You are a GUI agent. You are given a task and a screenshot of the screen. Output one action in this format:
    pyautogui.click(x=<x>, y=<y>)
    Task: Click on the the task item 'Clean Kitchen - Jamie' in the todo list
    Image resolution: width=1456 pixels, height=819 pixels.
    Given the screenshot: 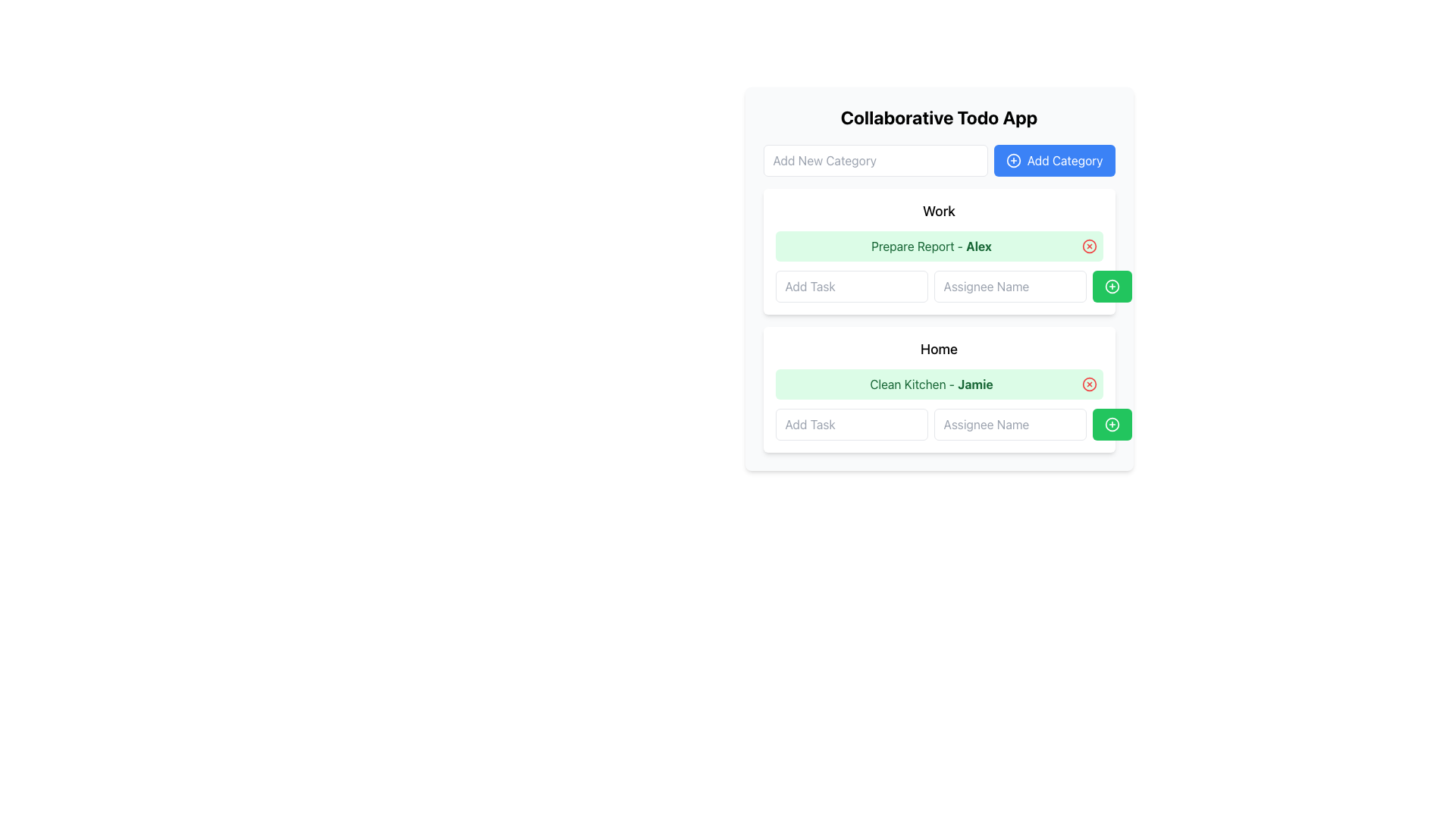 What is the action you would take?
    pyautogui.click(x=938, y=383)
    